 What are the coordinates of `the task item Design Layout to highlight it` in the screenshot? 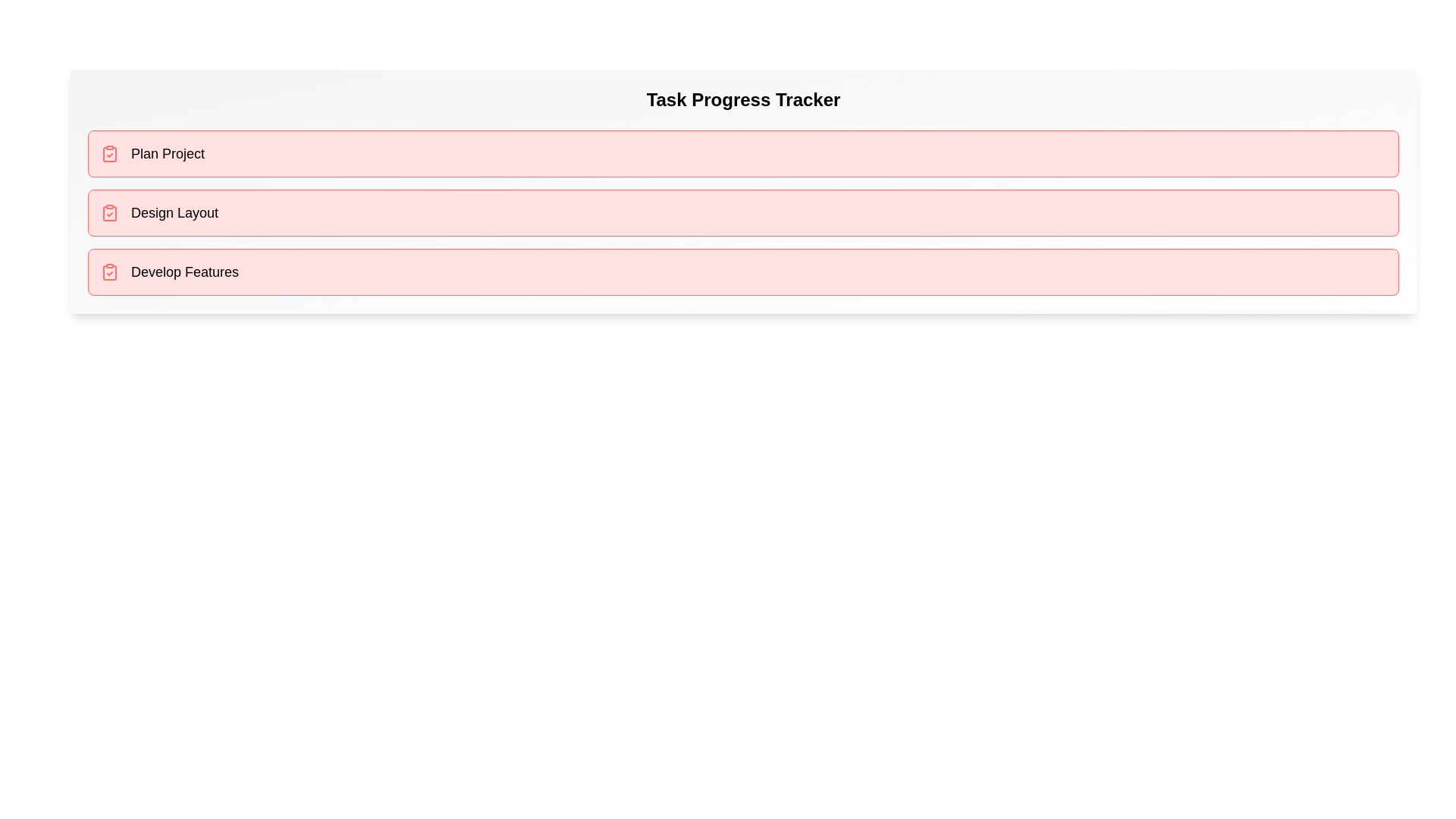 It's located at (743, 213).